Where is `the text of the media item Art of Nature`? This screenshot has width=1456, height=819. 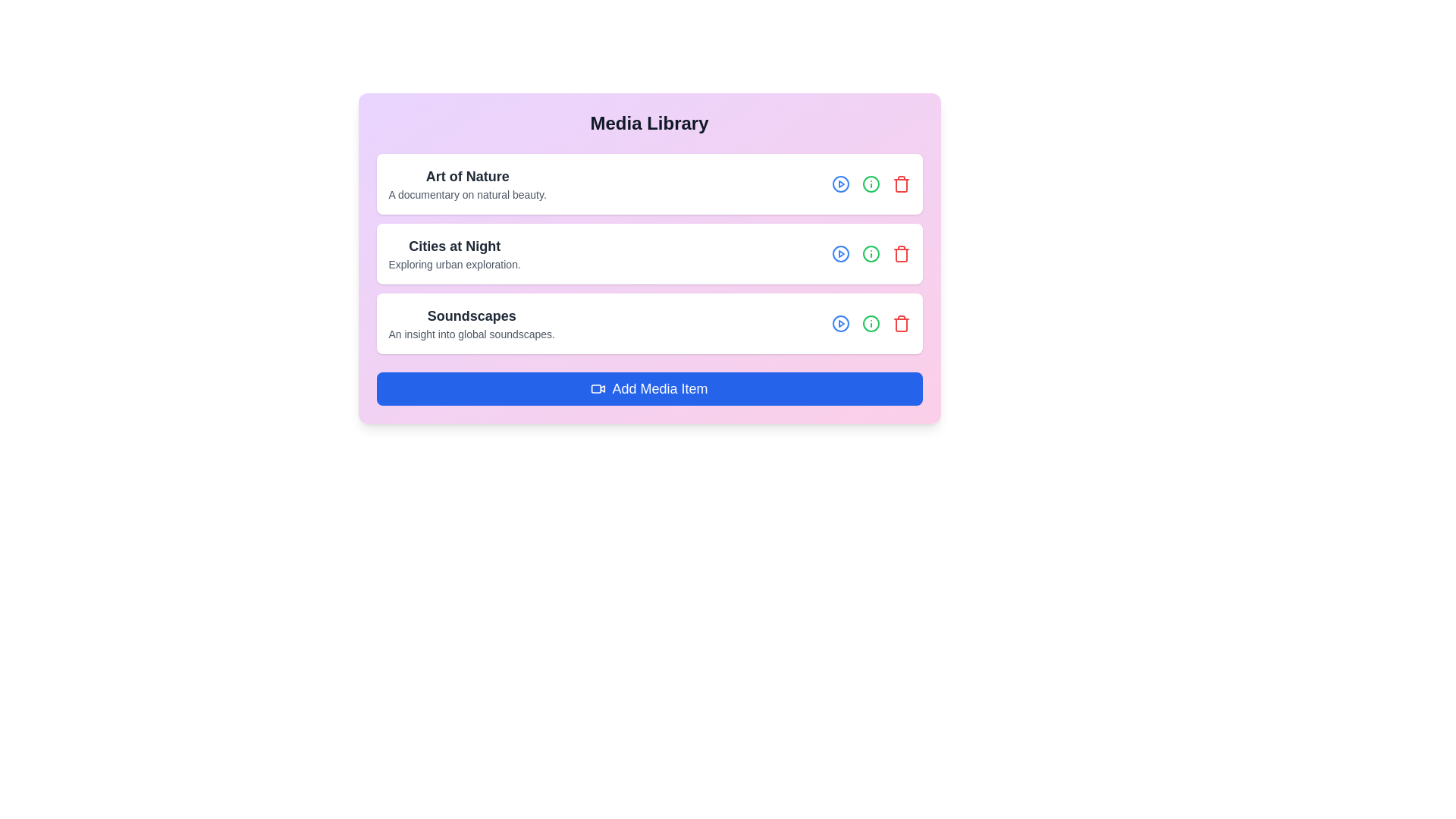
the text of the media item Art of Nature is located at coordinates (466, 184).